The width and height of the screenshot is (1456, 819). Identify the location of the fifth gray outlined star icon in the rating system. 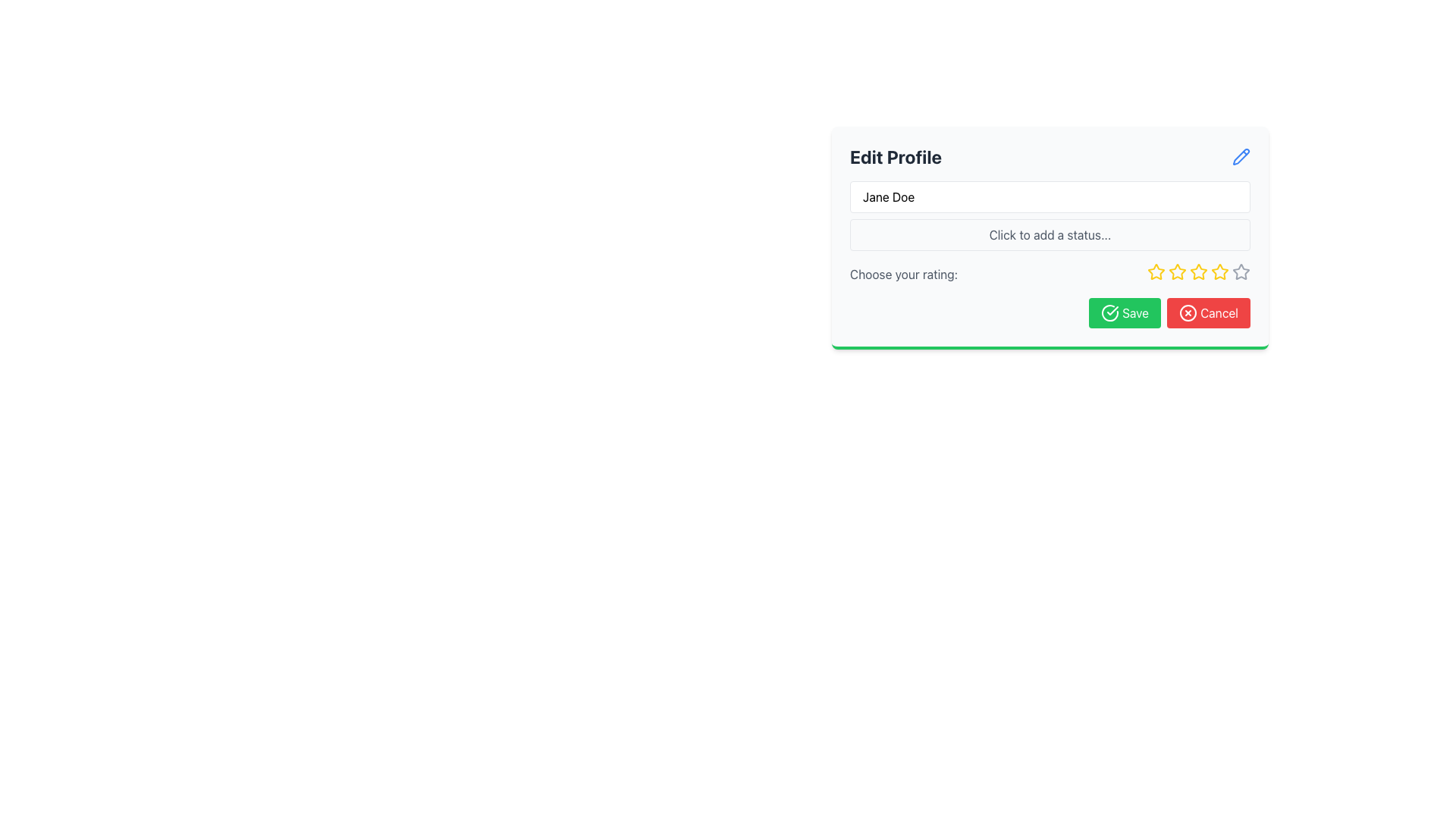
(1241, 271).